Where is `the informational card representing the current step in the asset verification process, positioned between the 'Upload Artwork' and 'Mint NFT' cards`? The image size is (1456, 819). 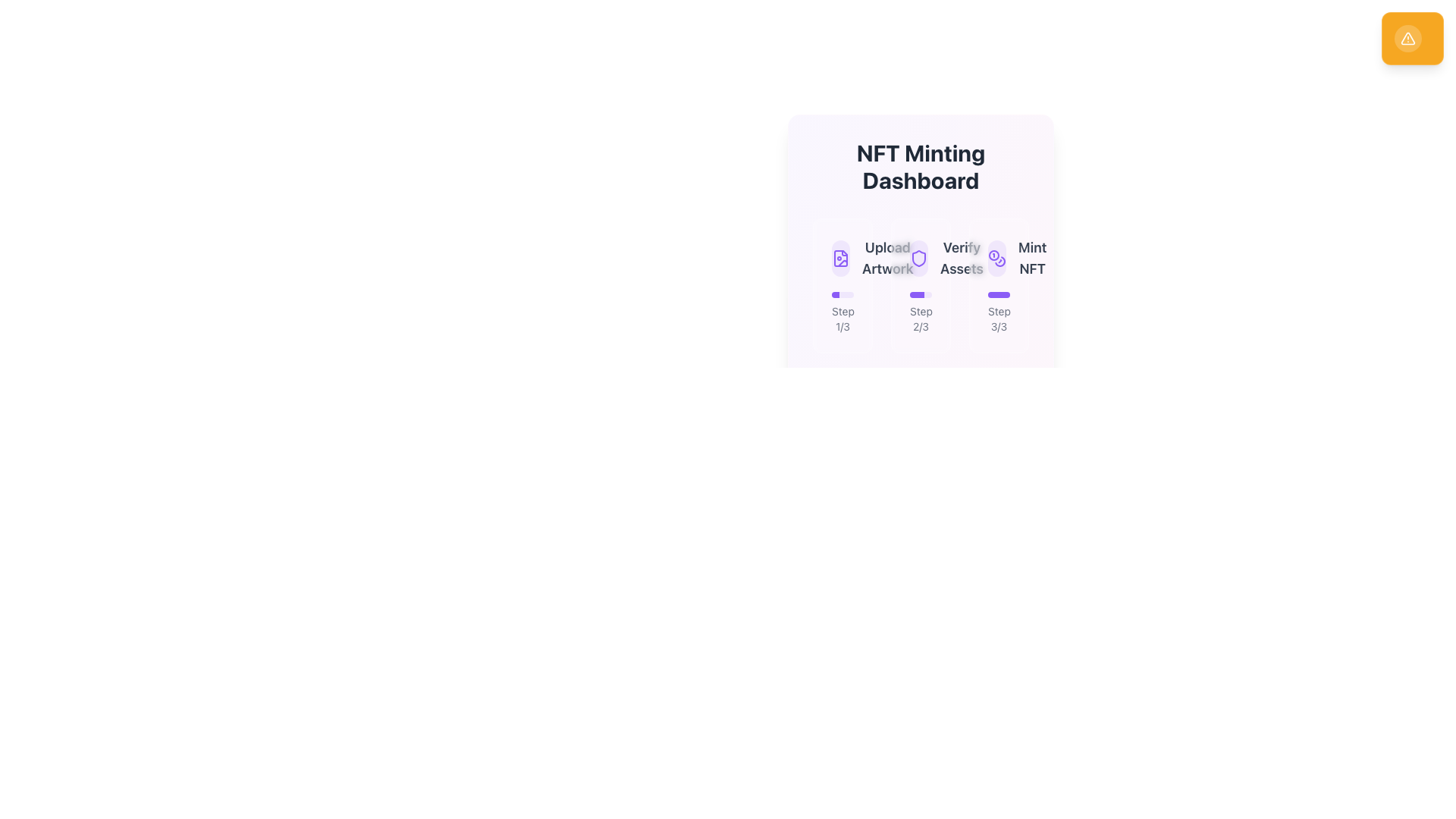
the informational card representing the current step in the asset verification process, positioned between the 'Upload Artwork' and 'Mint NFT' cards is located at coordinates (920, 286).